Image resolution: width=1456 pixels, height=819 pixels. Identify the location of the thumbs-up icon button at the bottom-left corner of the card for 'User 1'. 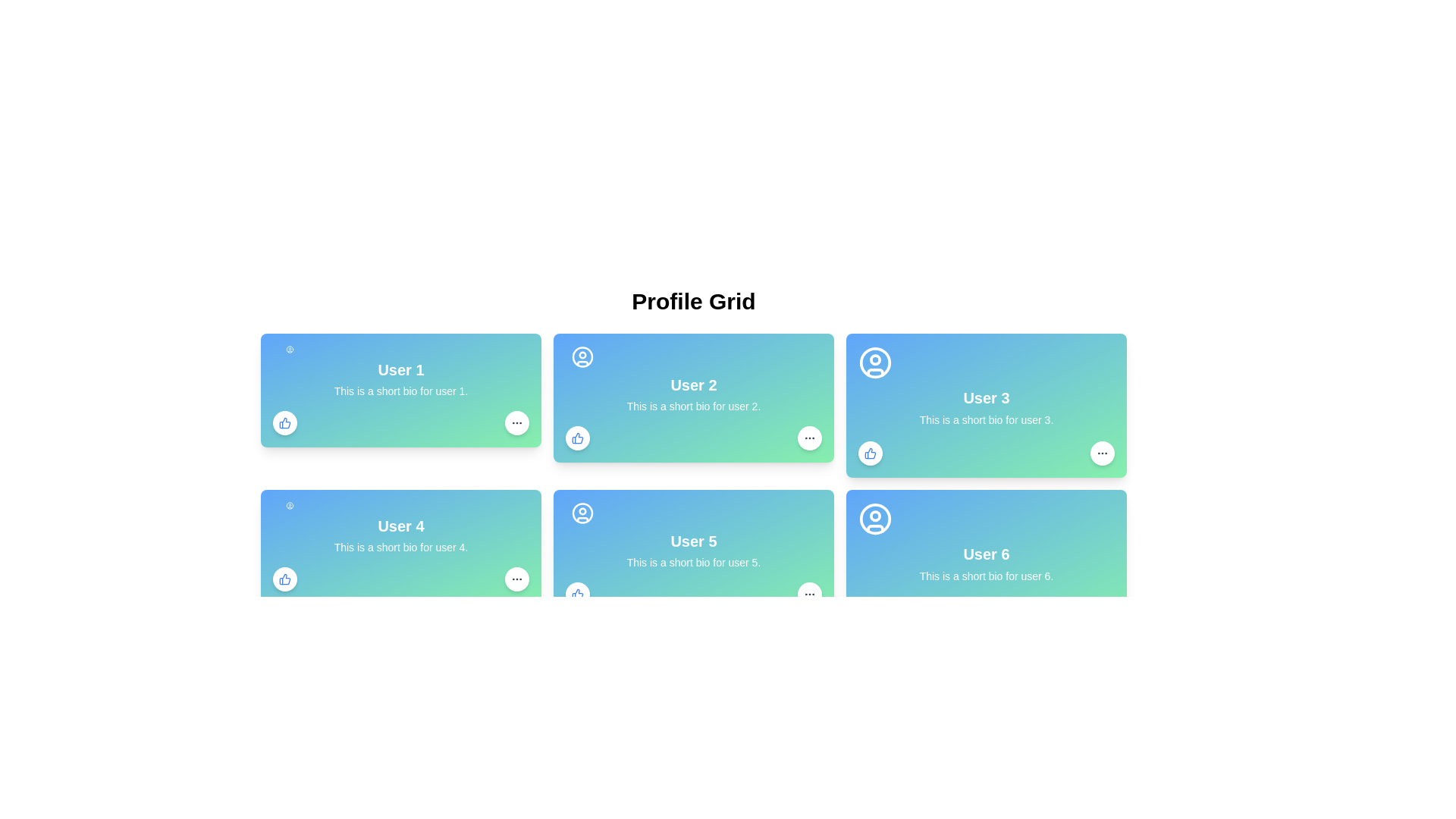
(284, 579).